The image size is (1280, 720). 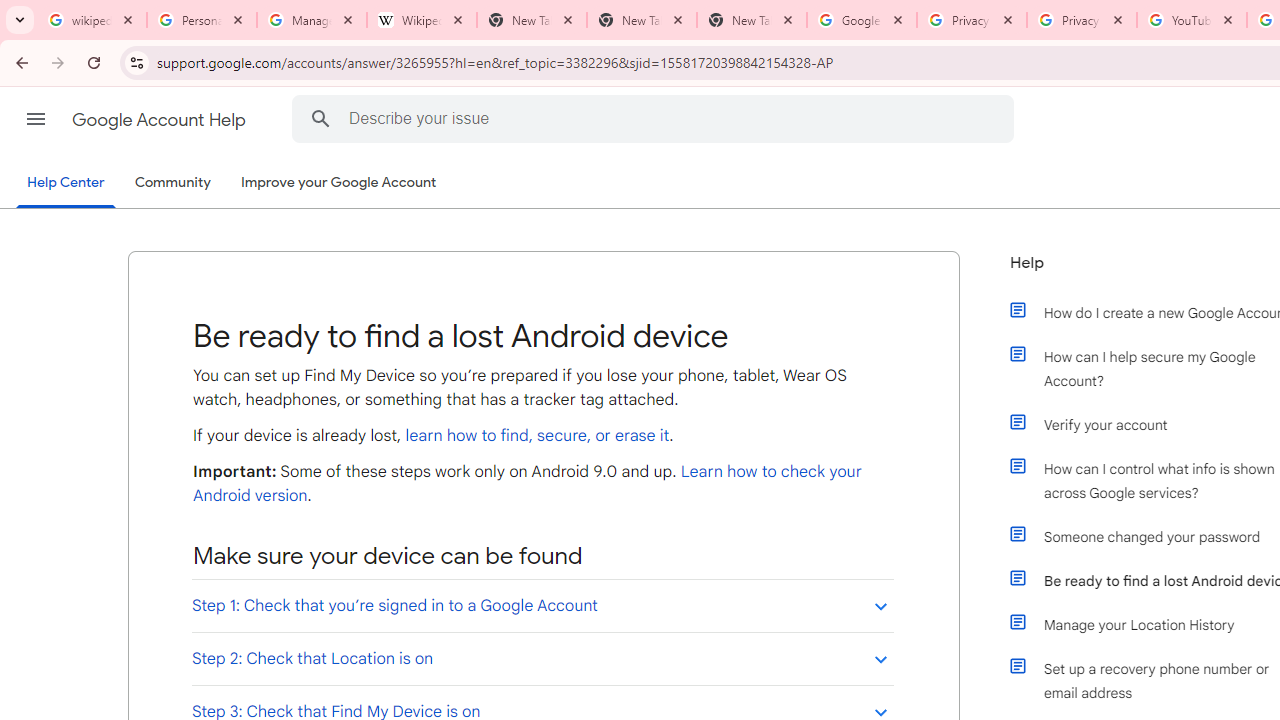 I want to click on 'Wikipedia:Edit requests - Wikipedia', so click(x=421, y=20).